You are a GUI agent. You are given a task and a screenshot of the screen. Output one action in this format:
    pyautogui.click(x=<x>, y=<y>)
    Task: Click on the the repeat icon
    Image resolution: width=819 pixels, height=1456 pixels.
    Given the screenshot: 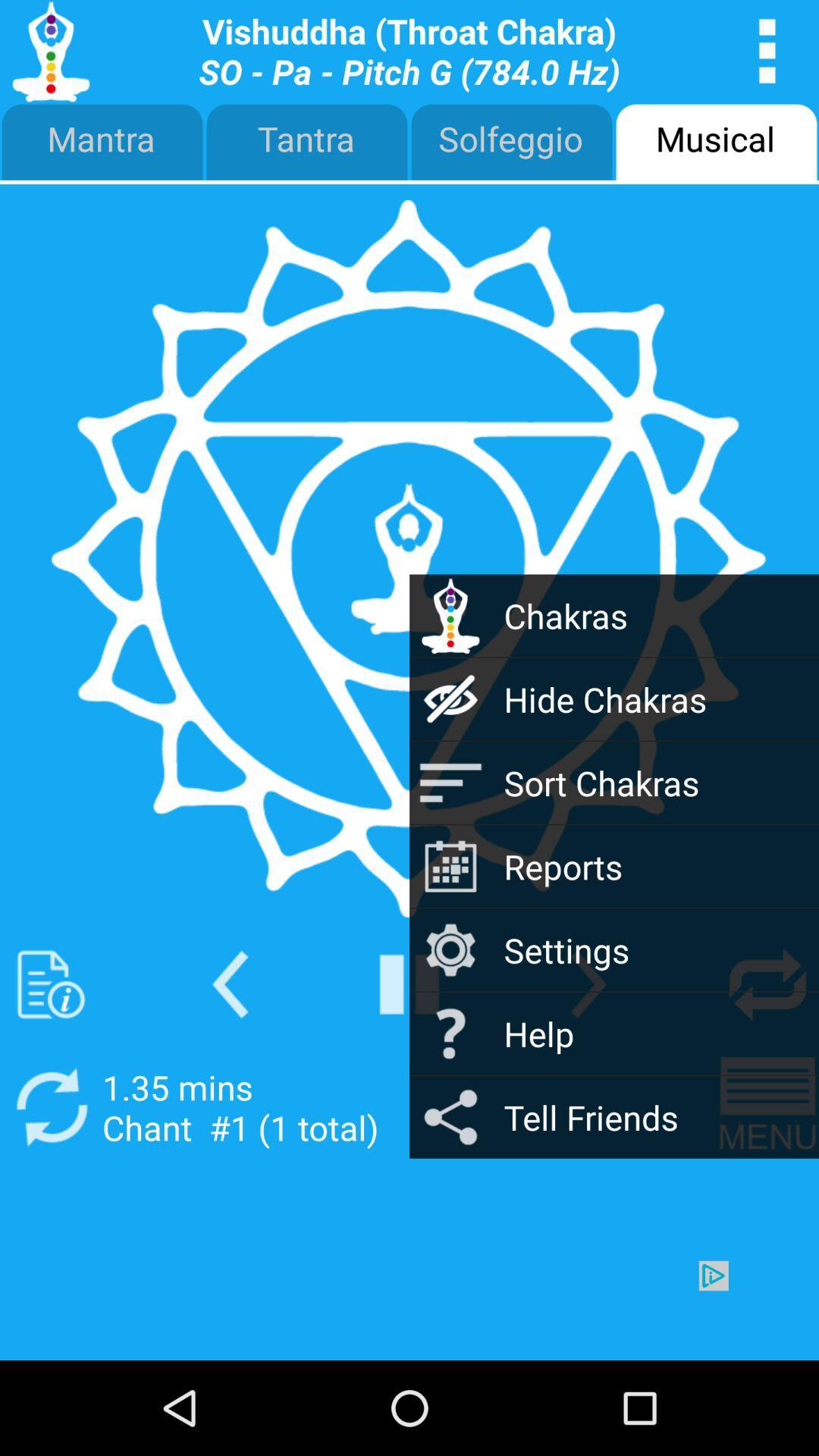 What is the action you would take?
    pyautogui.click(x=767, y=1053)
    